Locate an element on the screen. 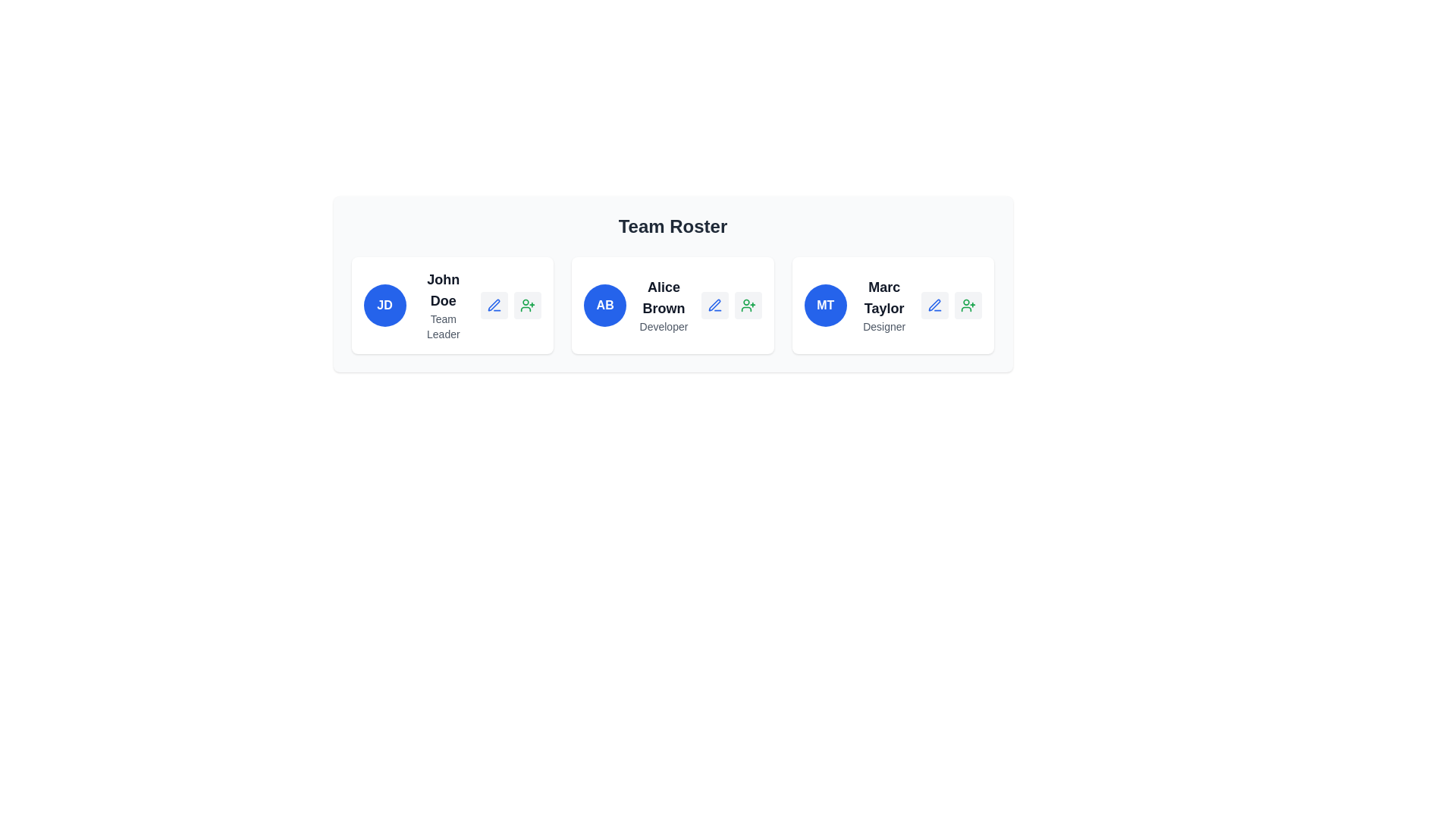 This screenshot has width=1456, height=819. the text 'Alice Brown' displayed in bold and large black font located in the 'Team Roster' section above the 'Developer' text and below the circular blue icon labeled 'AB' to interact with associated functionalities is located at coordinates (664, 298).